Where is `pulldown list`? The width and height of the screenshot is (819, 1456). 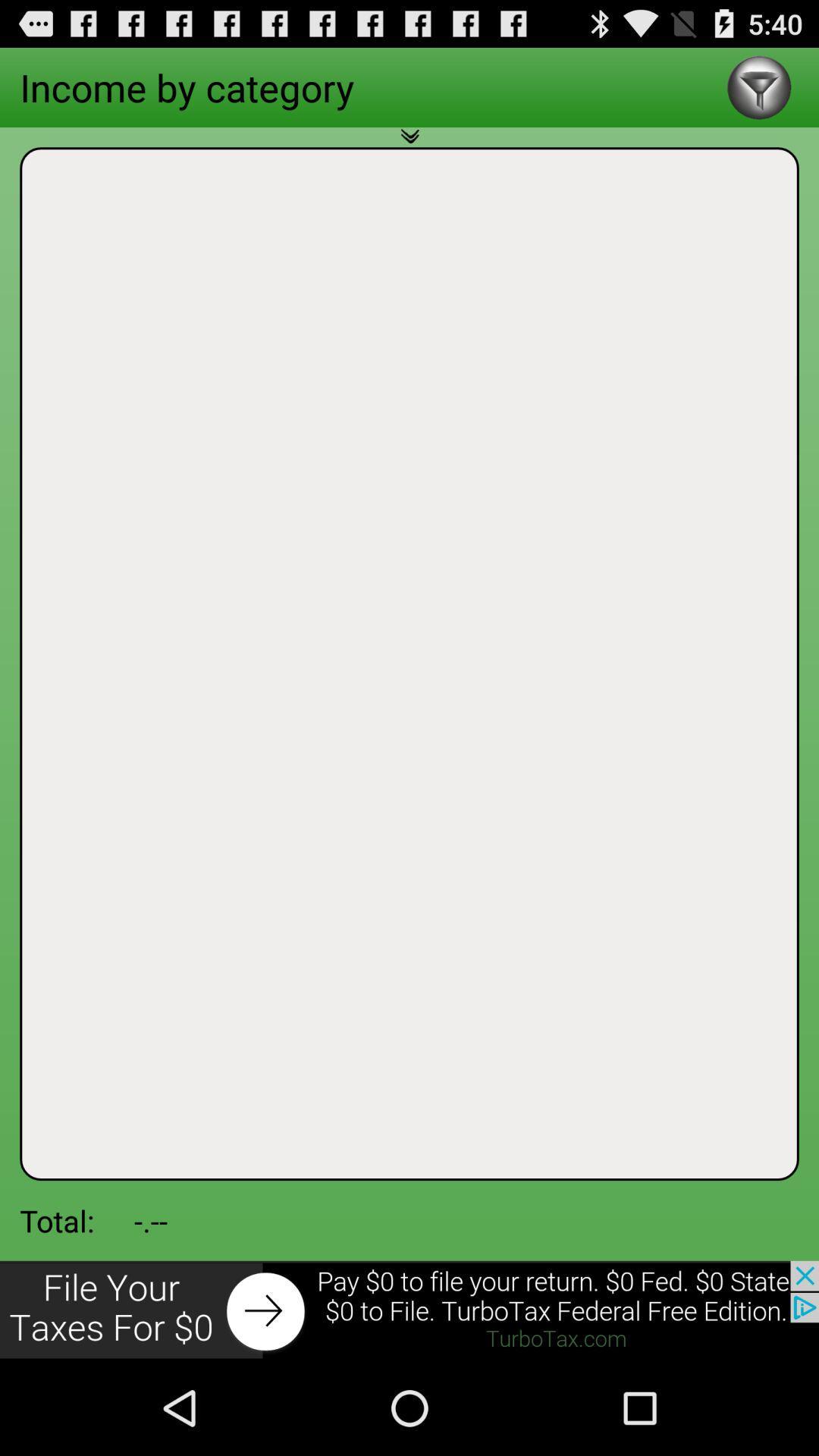
pulldown list is located at coordinates (409, 145).